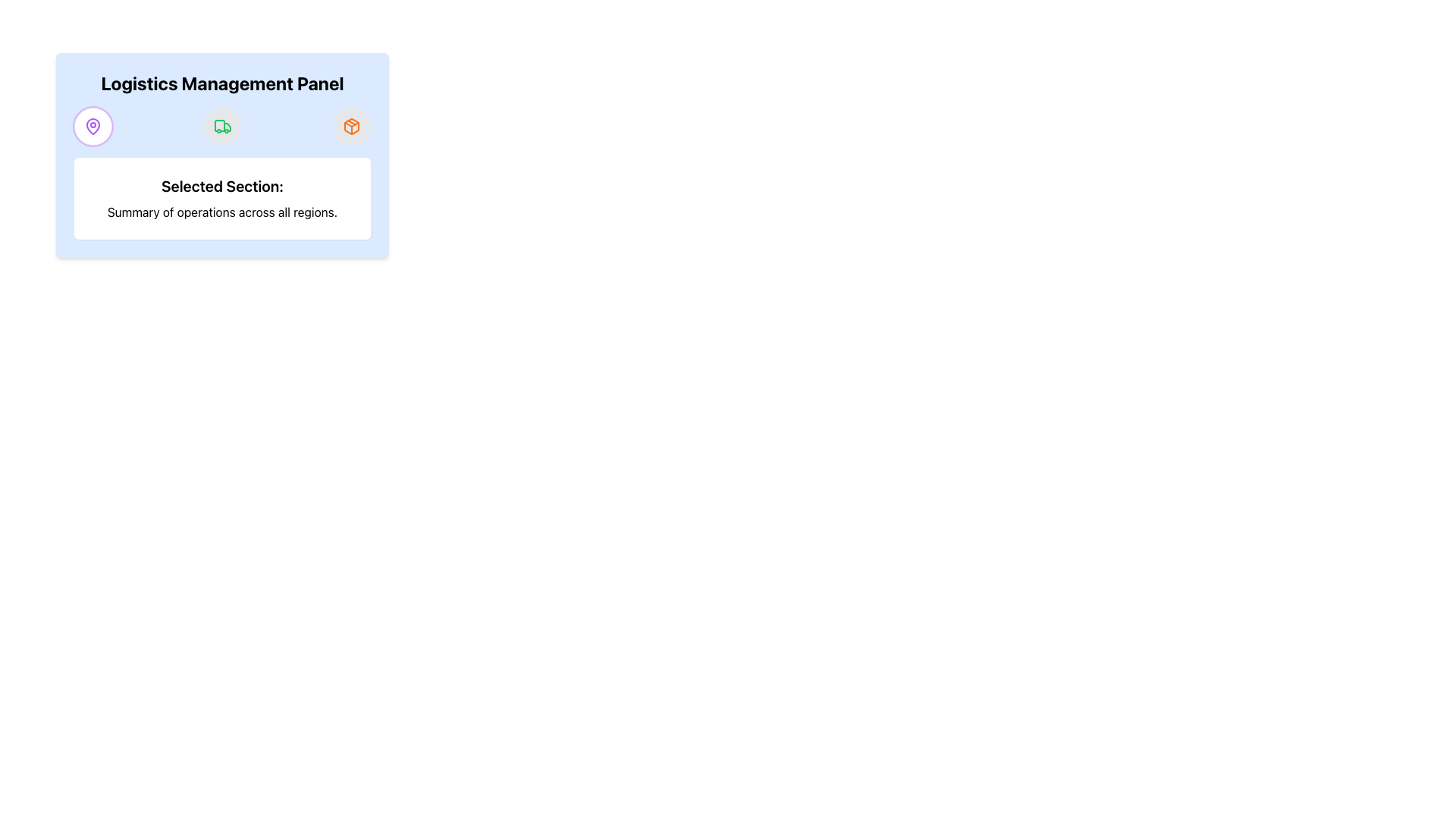 This screenshot has width=1456, height=819. Describe the element at coordinates (93, 125) in the screenshot. I see `the leftmost circular button containing the SVG icon that represents a location or geolocation feature in the blue 'Logistics Management Panel'` at that location.